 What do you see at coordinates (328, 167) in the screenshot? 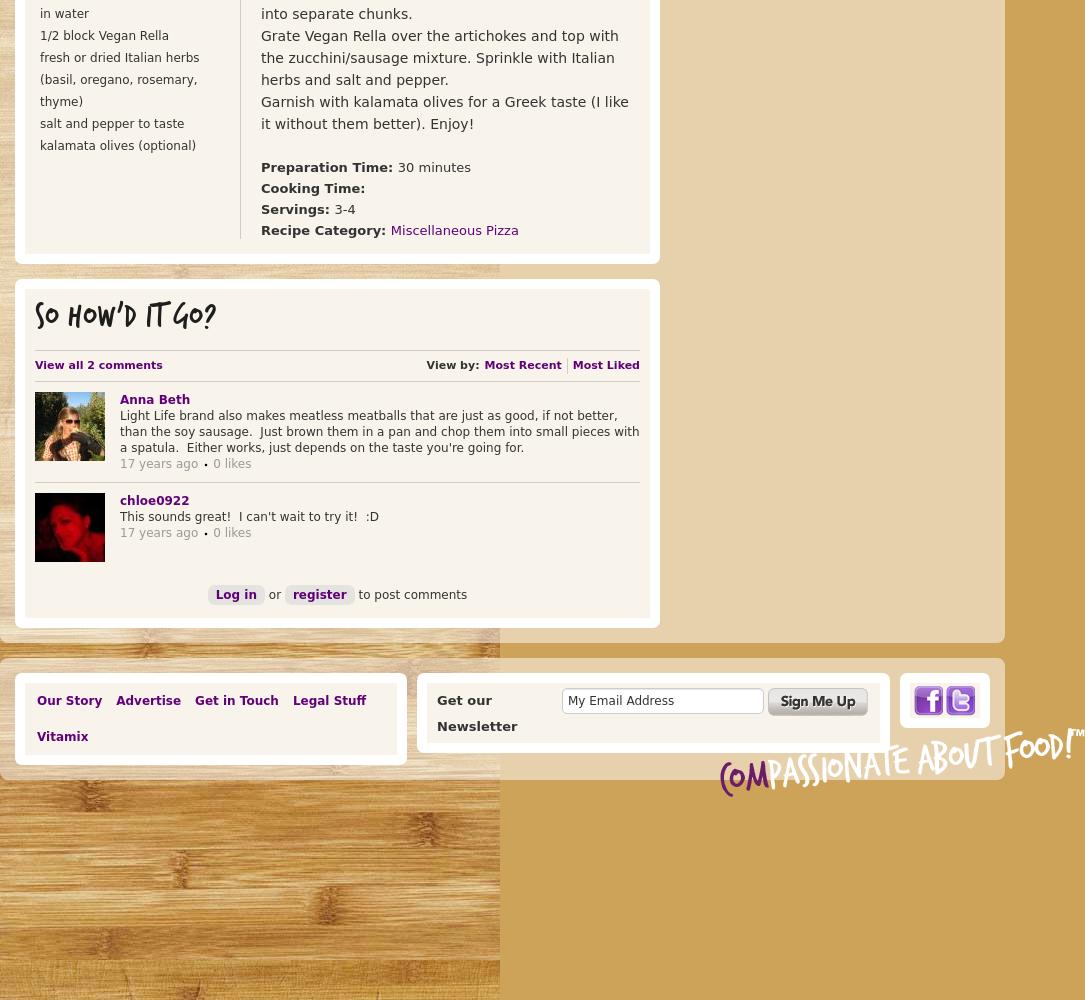
I see `'Preparation Time:'` at bounding box center [328, 167].